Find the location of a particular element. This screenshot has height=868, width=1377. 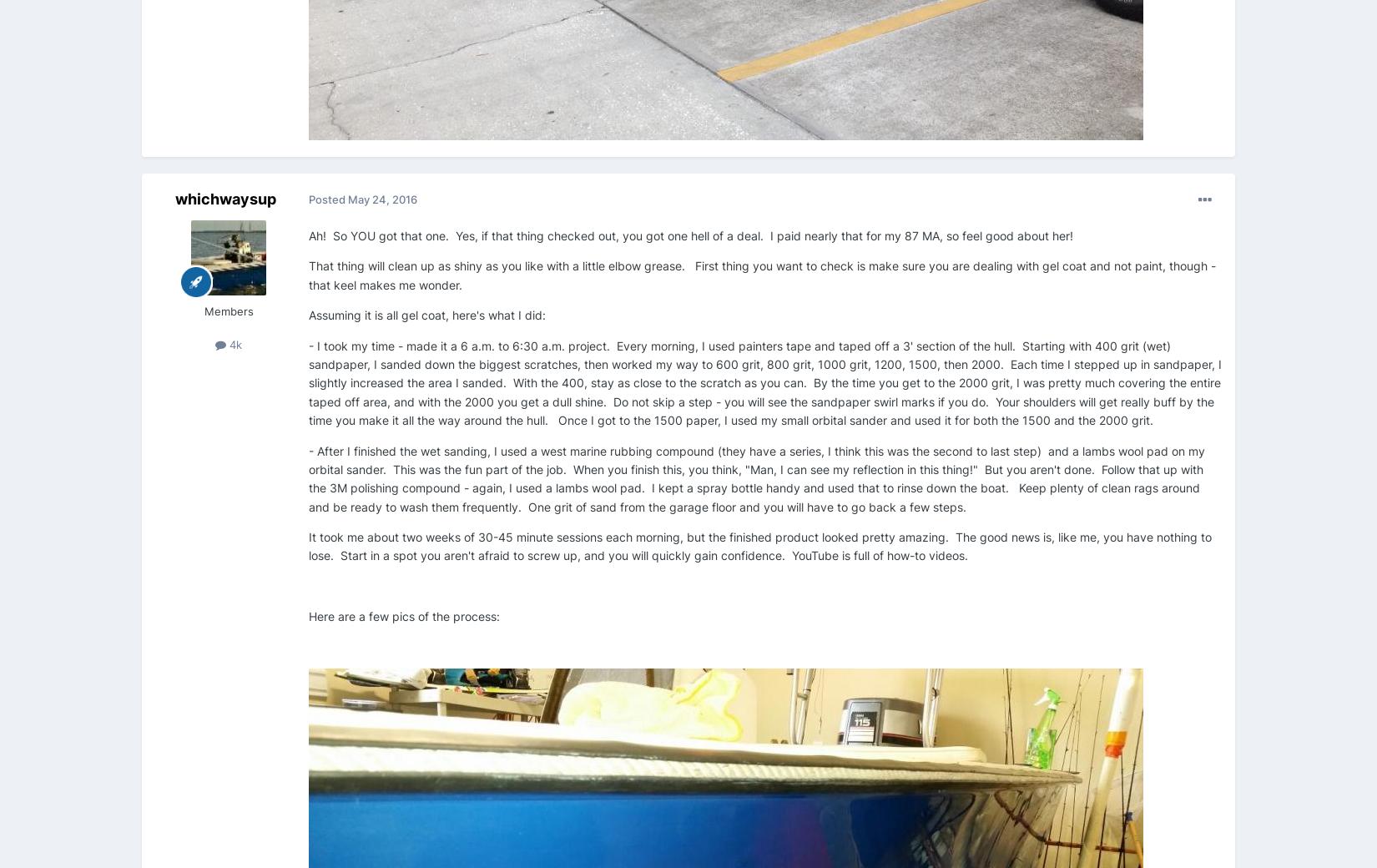

'whichwaysup' is located at coordinates (224, 199).